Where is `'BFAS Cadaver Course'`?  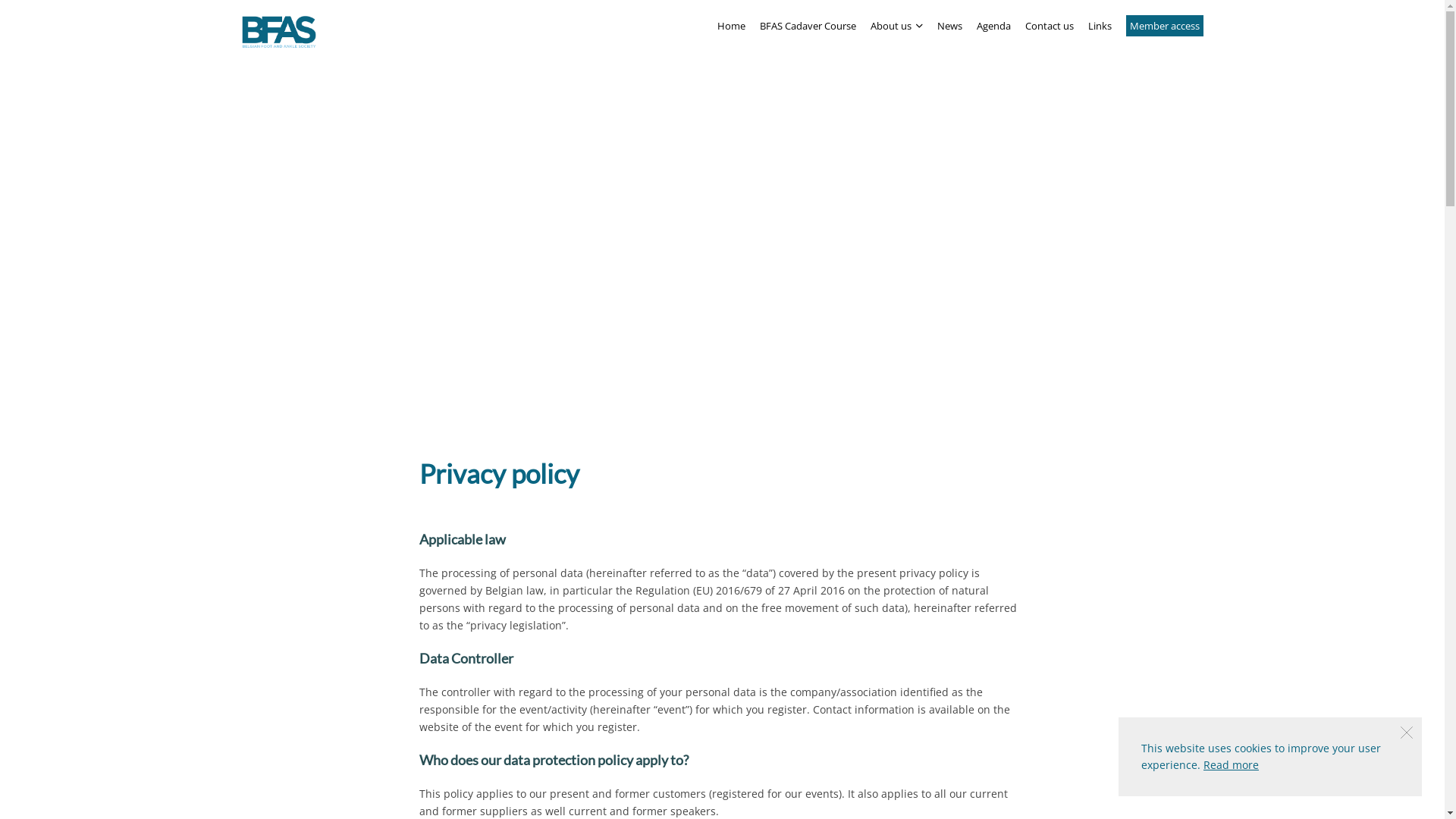 'BFAS Cadaver Course' is located at coordinates (760, 26).